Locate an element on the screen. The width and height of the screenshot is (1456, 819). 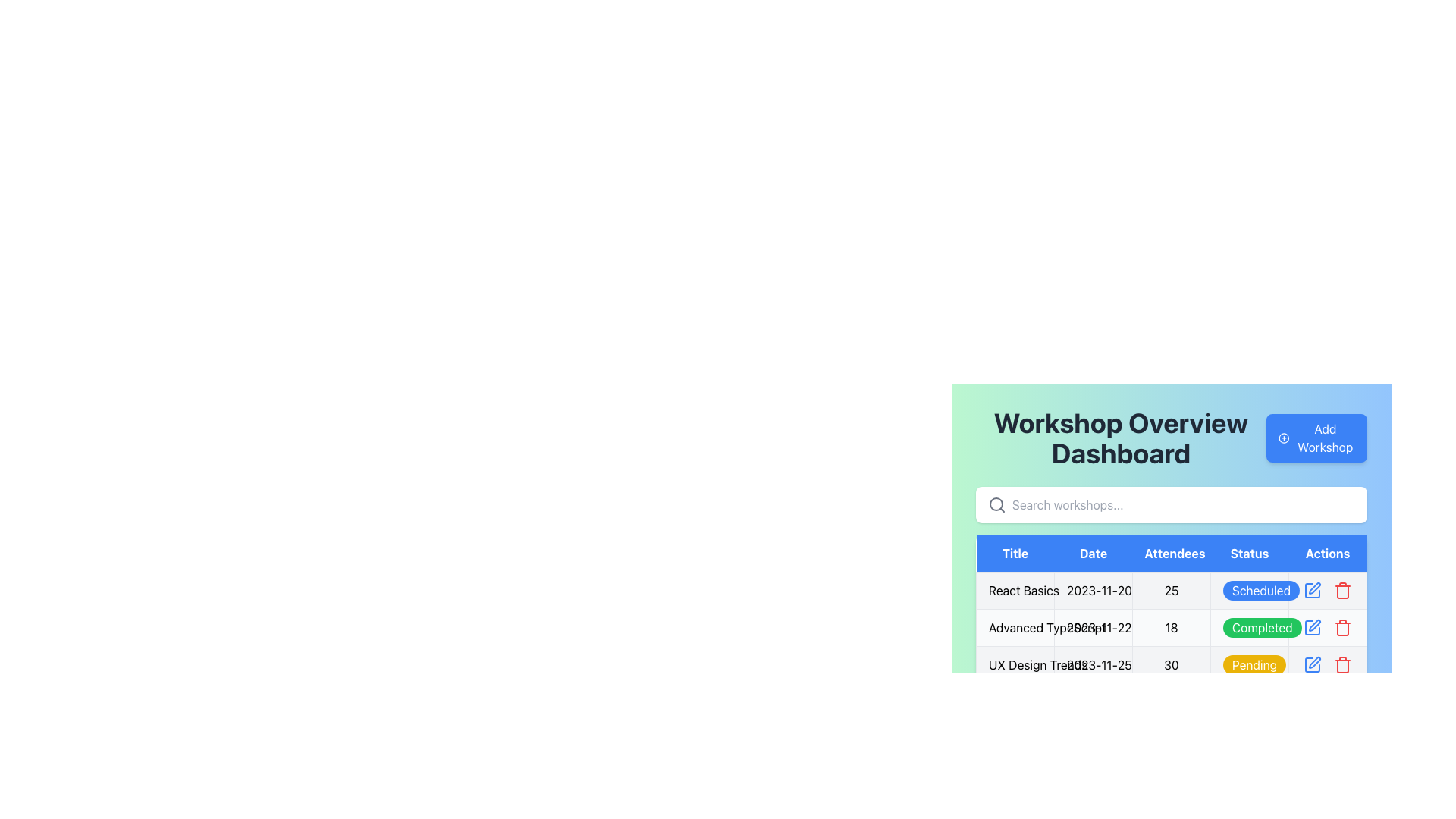
the first table header cell located immediately to the left of 'Date' to sort the column is located at coordinates (1015, 553).